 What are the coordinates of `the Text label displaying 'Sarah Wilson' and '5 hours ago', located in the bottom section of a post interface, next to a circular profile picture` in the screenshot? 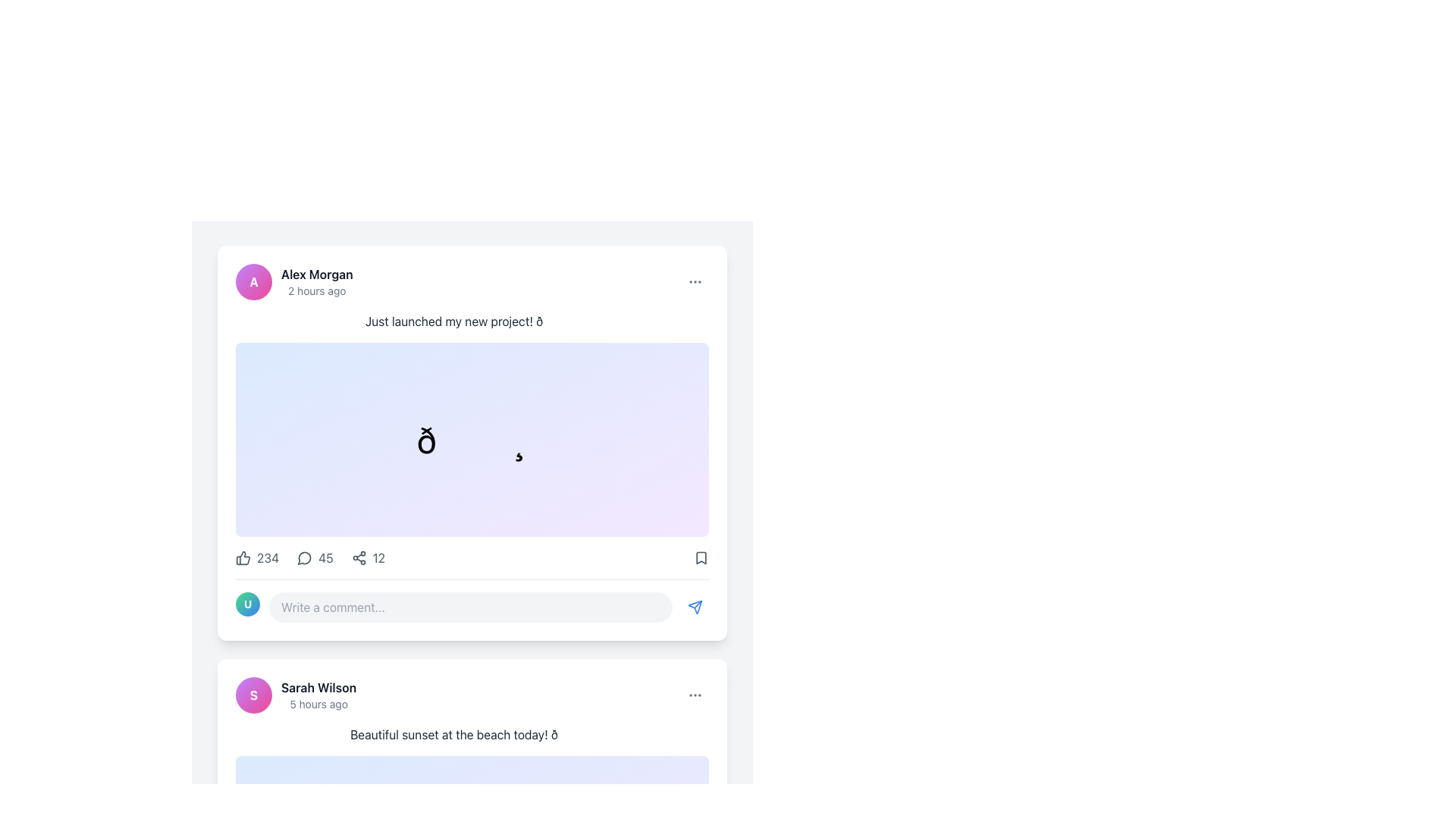 It's located at (318, 695).